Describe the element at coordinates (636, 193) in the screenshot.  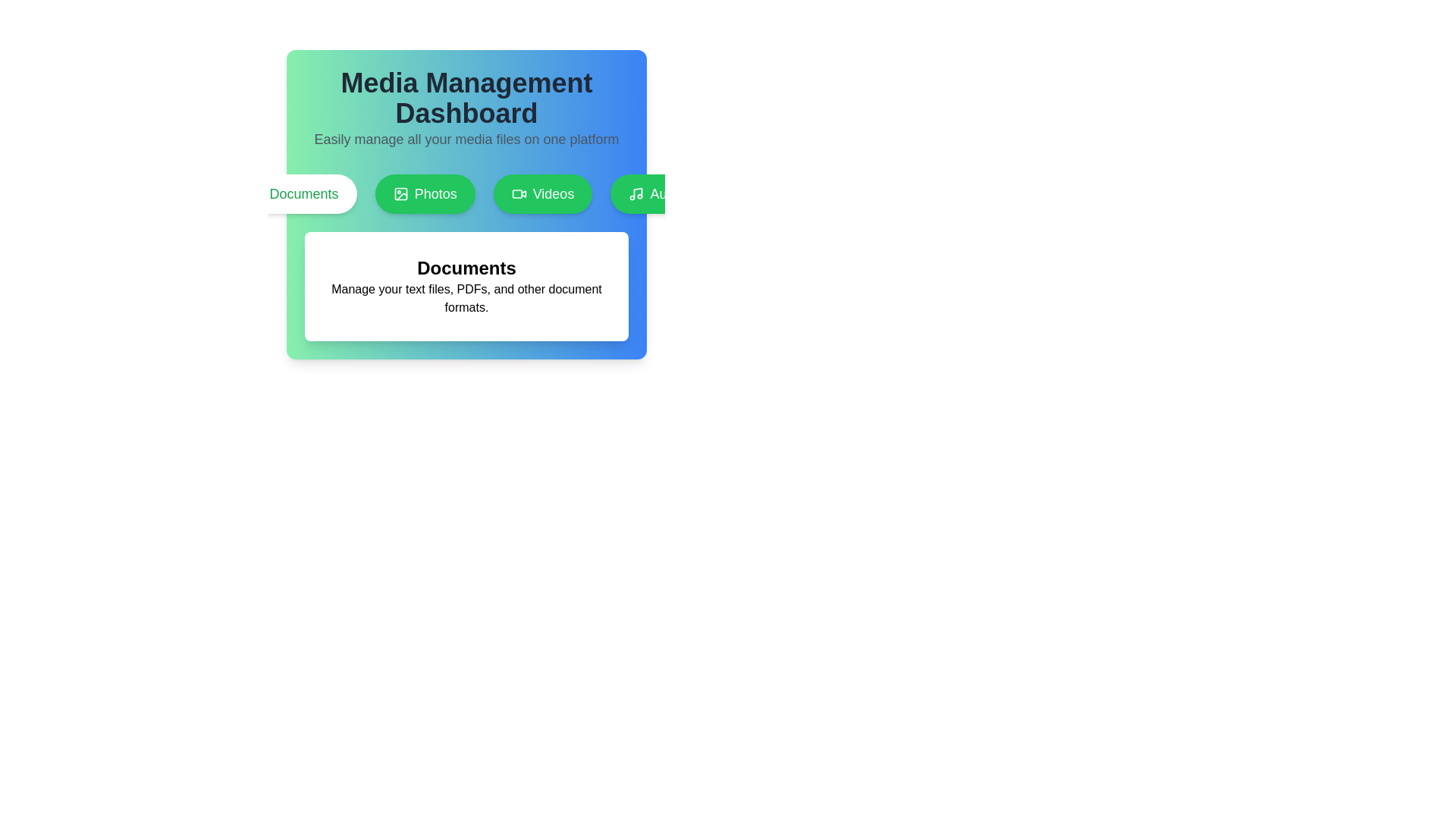
I see `the Audio icon located on the left side of the 'Audio' button within the navigation group of buttons labeled 'Documents', 'Photos', 'Videos', and 'Audio'` at that location.